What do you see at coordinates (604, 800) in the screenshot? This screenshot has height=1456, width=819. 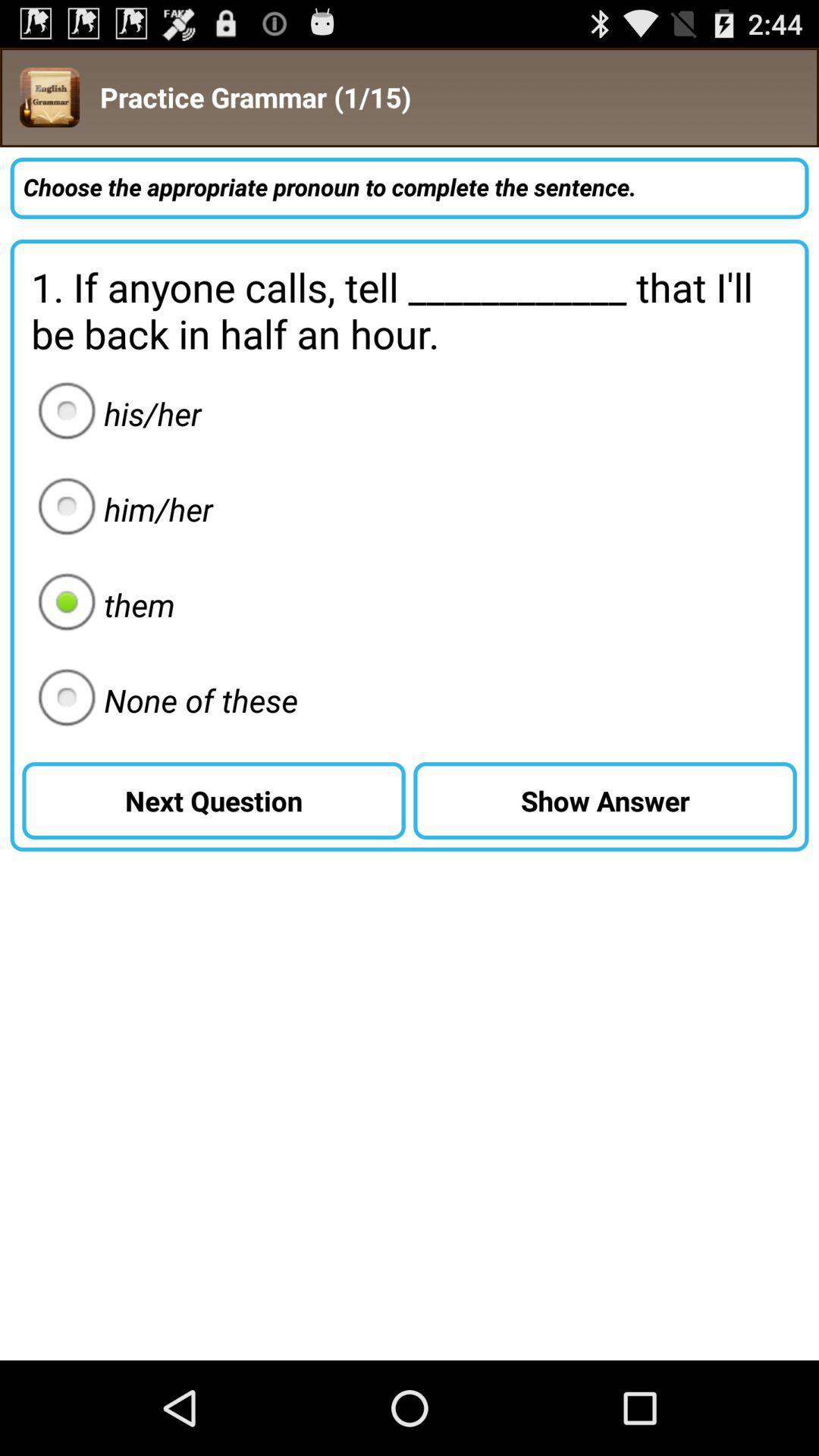 I see `the show answer item` at bounding box center [604, 800].